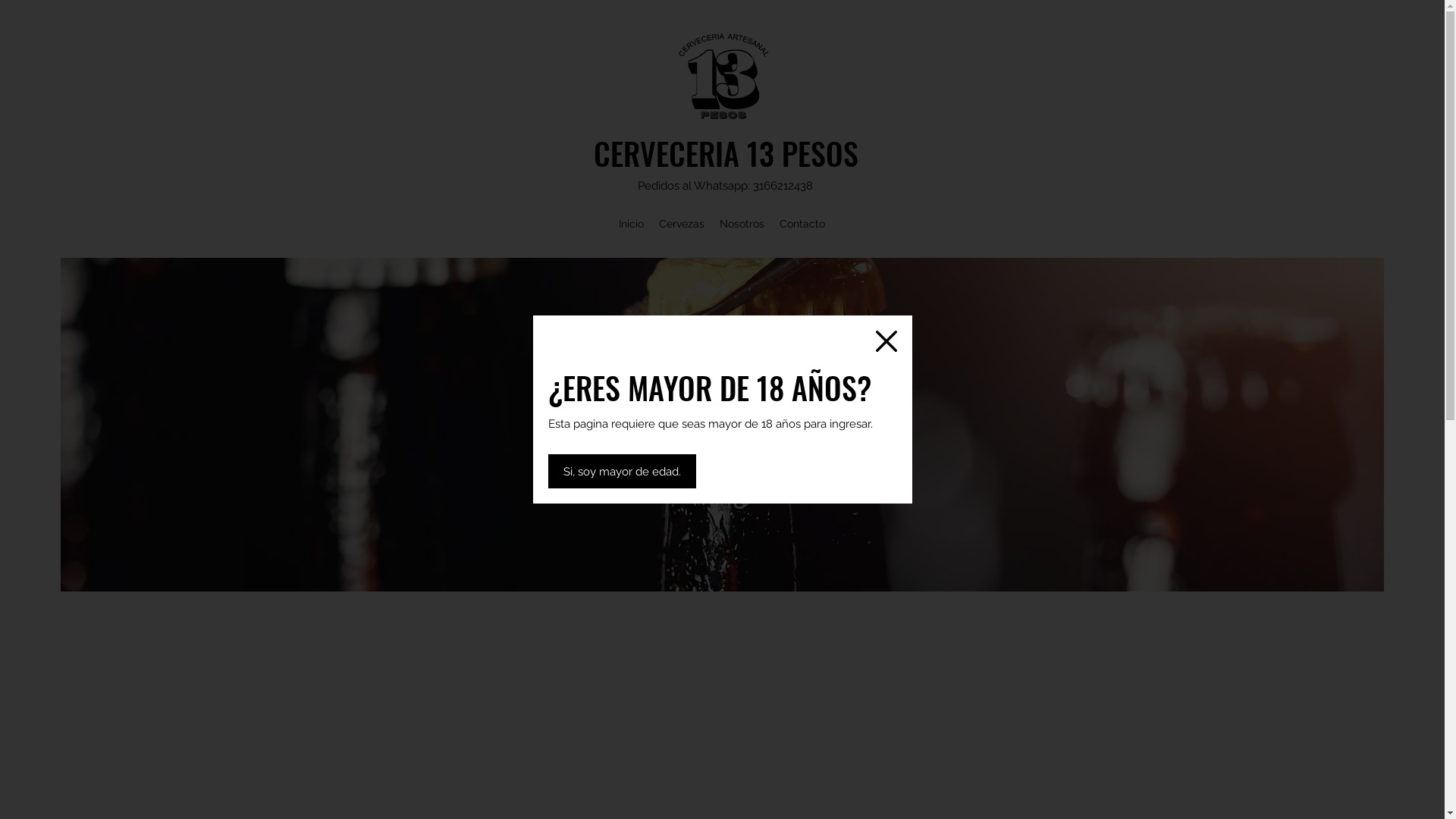 Image resolution: width=1456 pixels, height=819 pixels. Describe the element at coordinates (885, 341) in the screenshot. I see `'Volver al sitio'` at that location.